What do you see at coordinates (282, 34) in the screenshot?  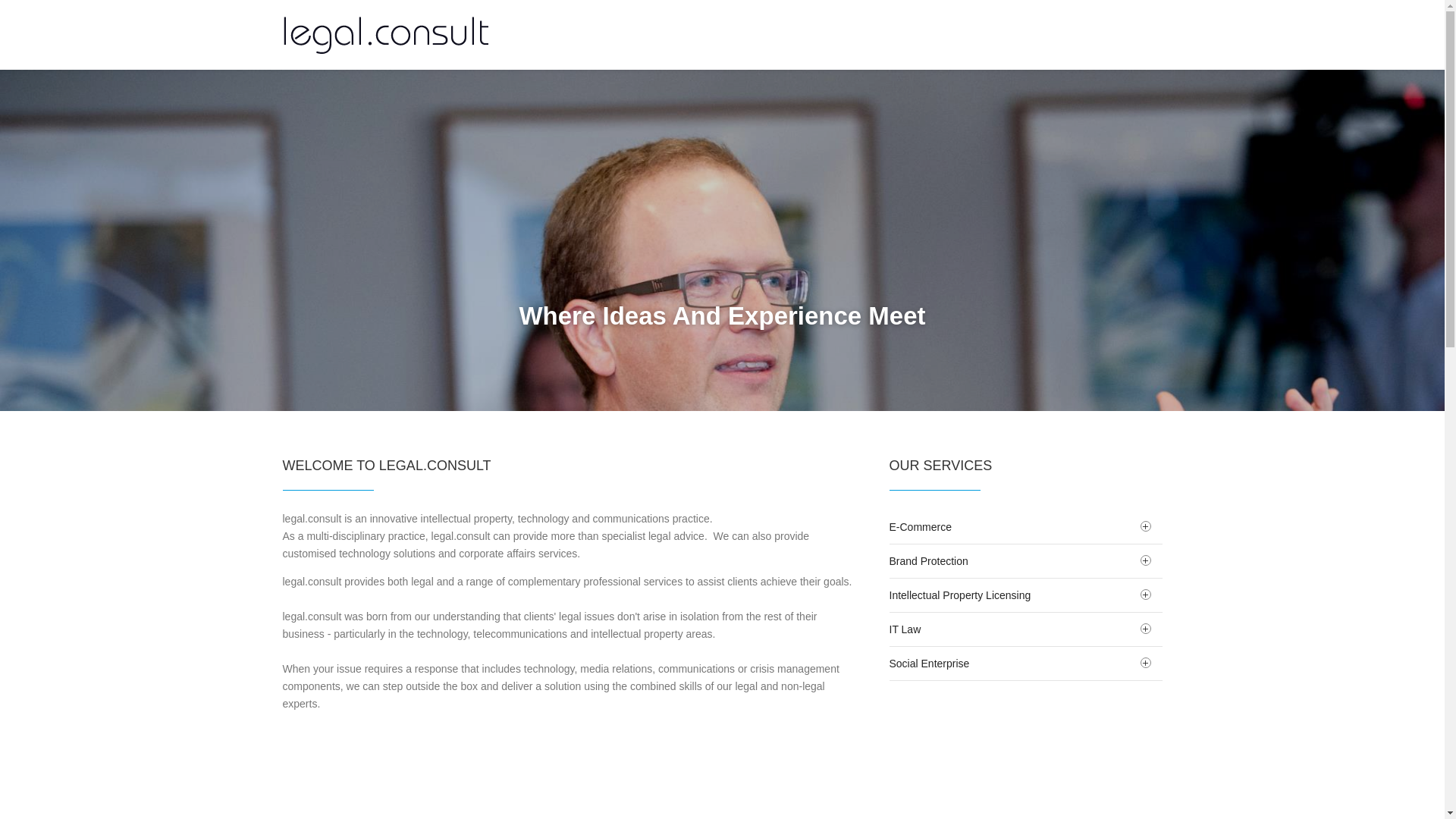 I see `'Home'` at bounding box center [282, 34].